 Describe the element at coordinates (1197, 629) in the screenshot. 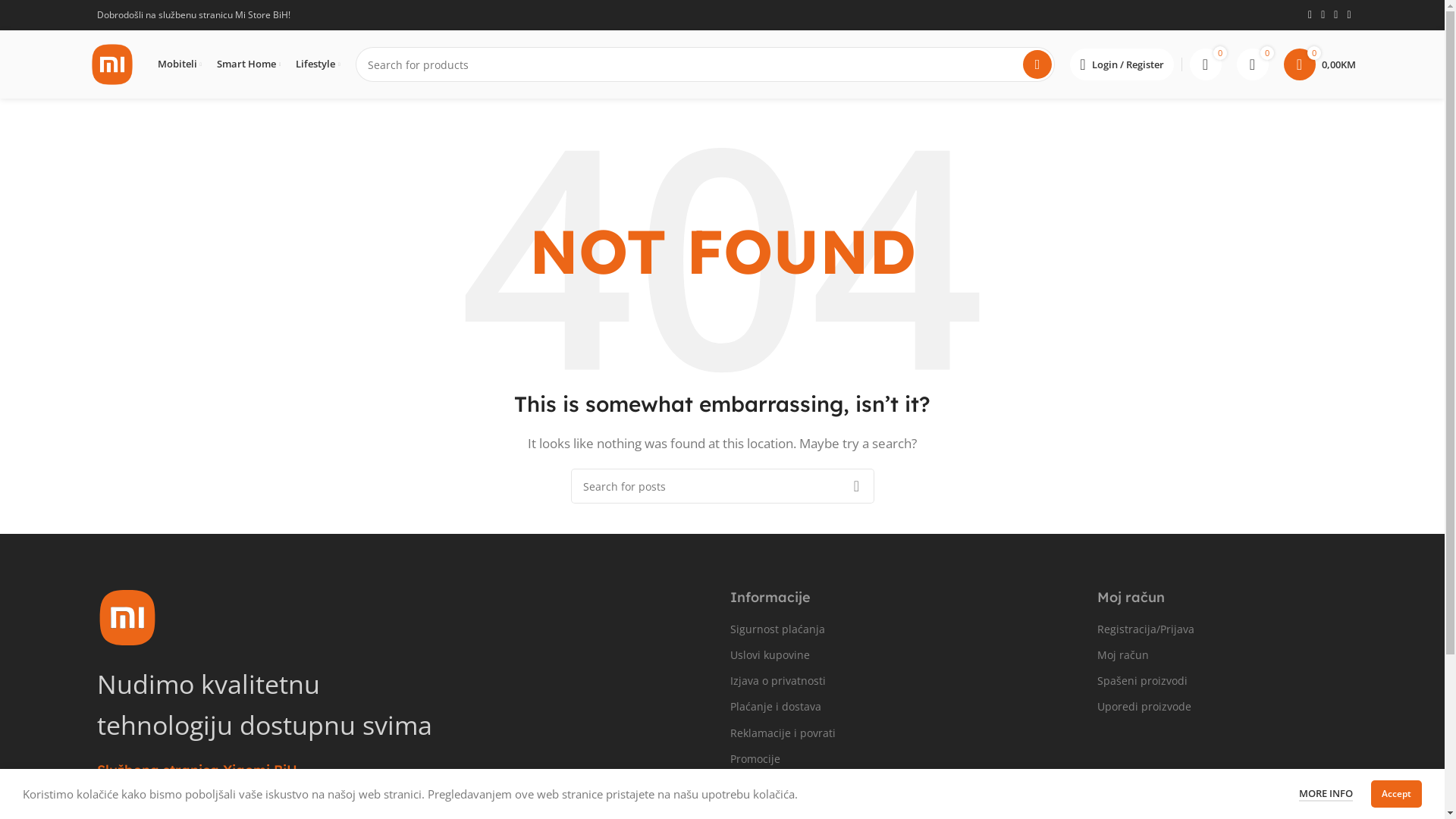

I see `'Registracija/Prijava'` at that location.